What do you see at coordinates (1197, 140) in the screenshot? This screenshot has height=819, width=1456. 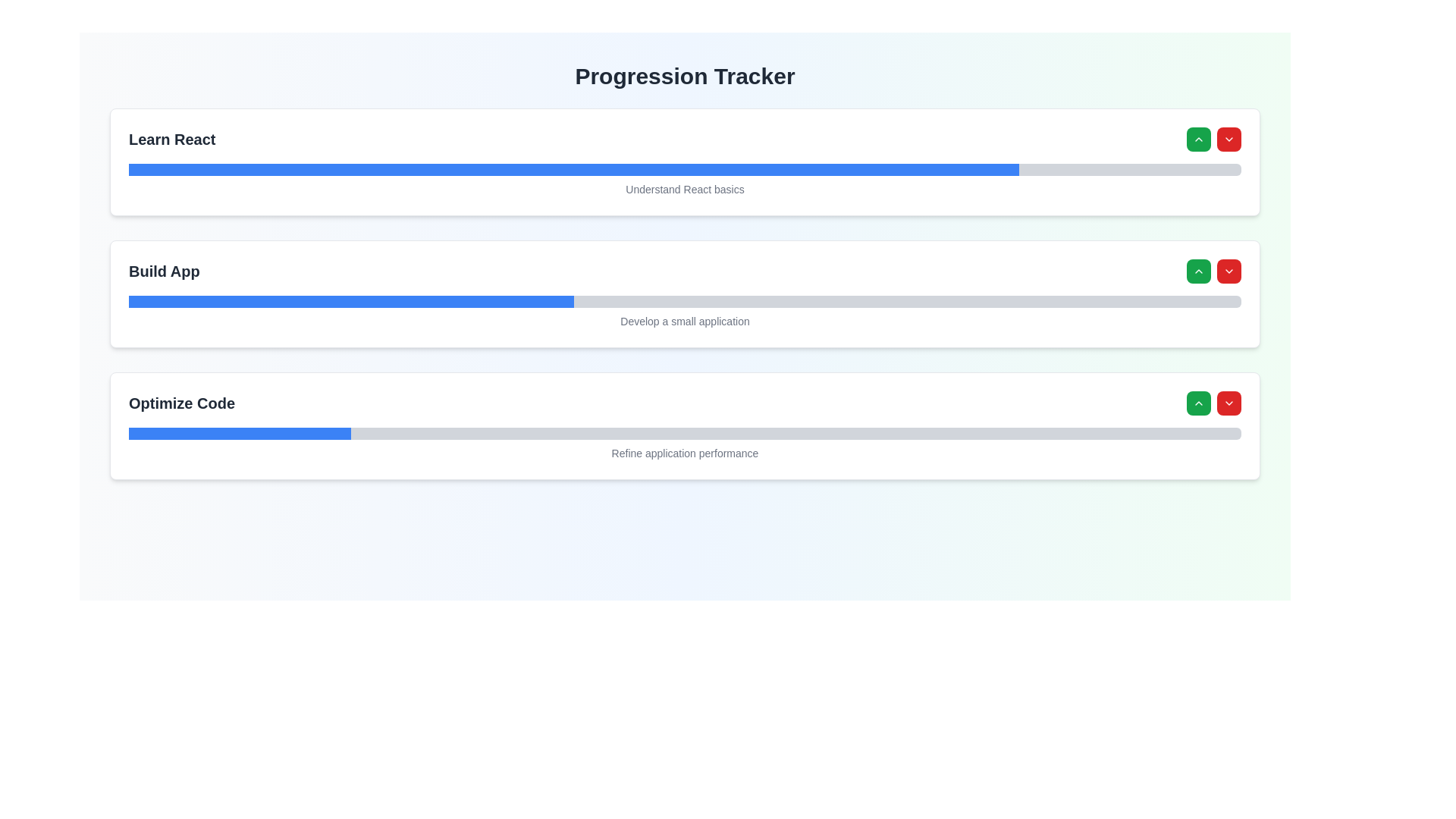 I see `the green button with an upward arrow icon located at the top-right corner of the first card in the list` at bounding box center [1197, 140].